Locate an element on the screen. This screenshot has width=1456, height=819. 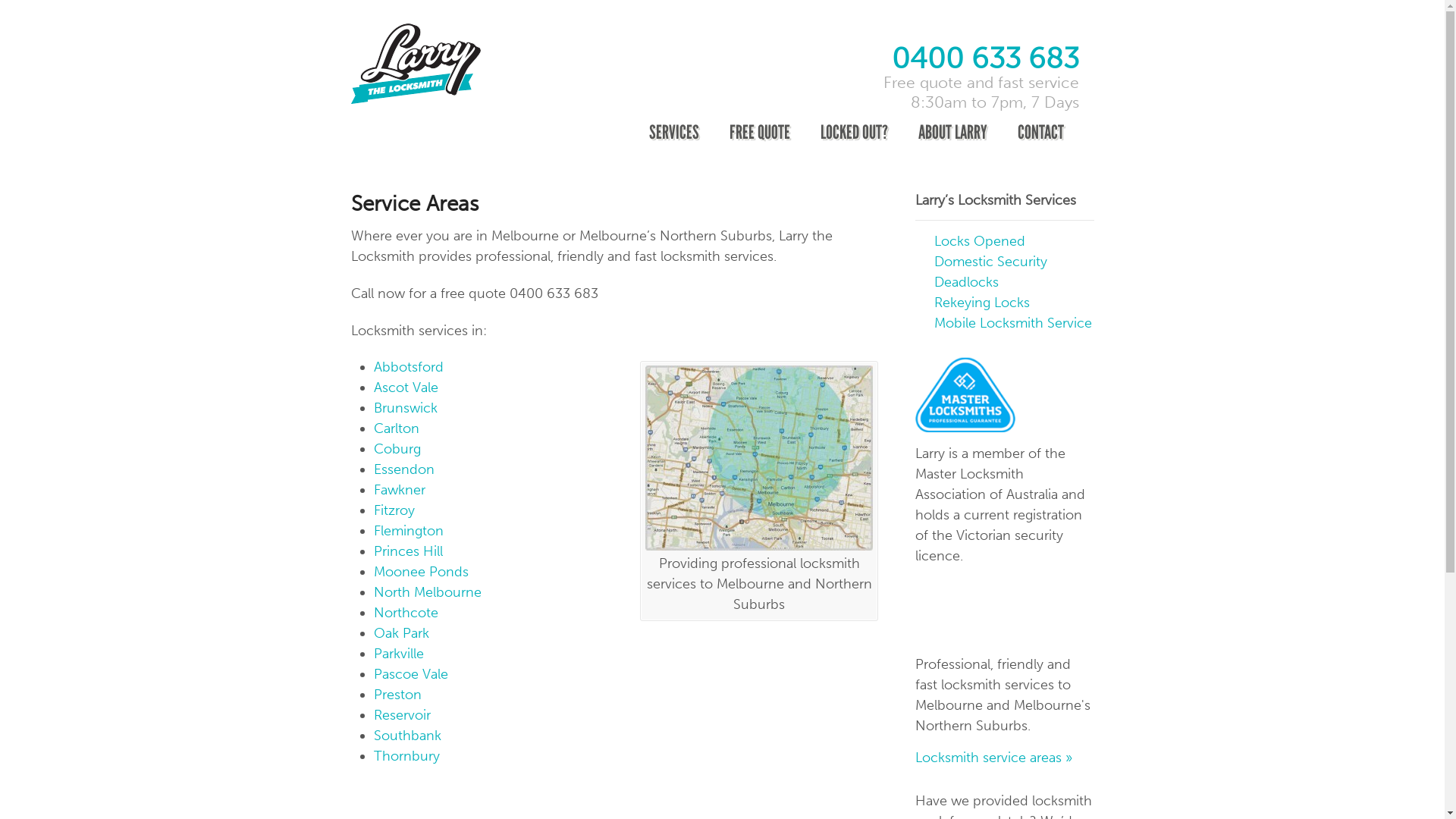
'Oak Park' is located at coordinates (372, 632).